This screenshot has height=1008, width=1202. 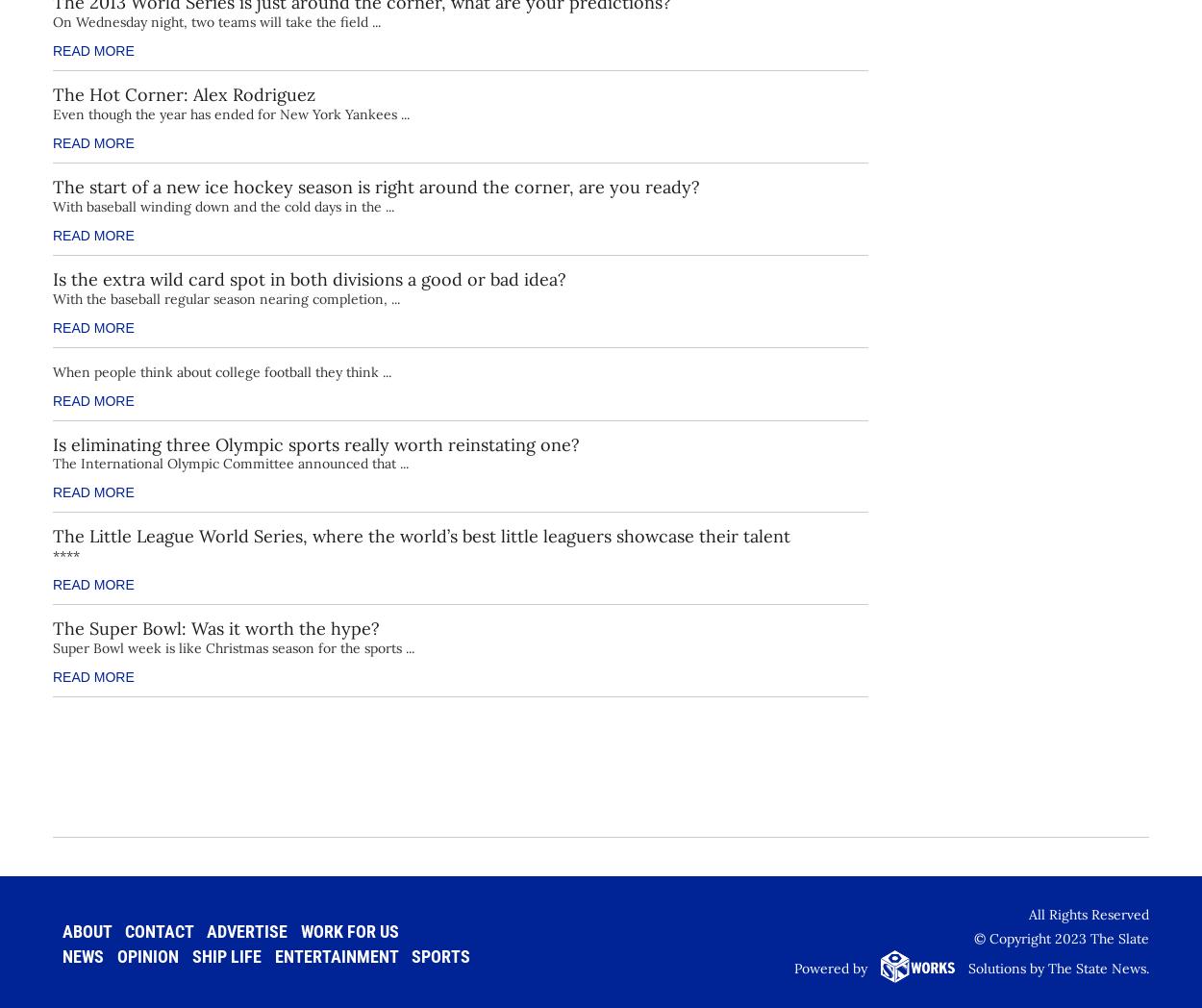 I want to click on 'All Rights Reserved', so click(x=1089, y=914).